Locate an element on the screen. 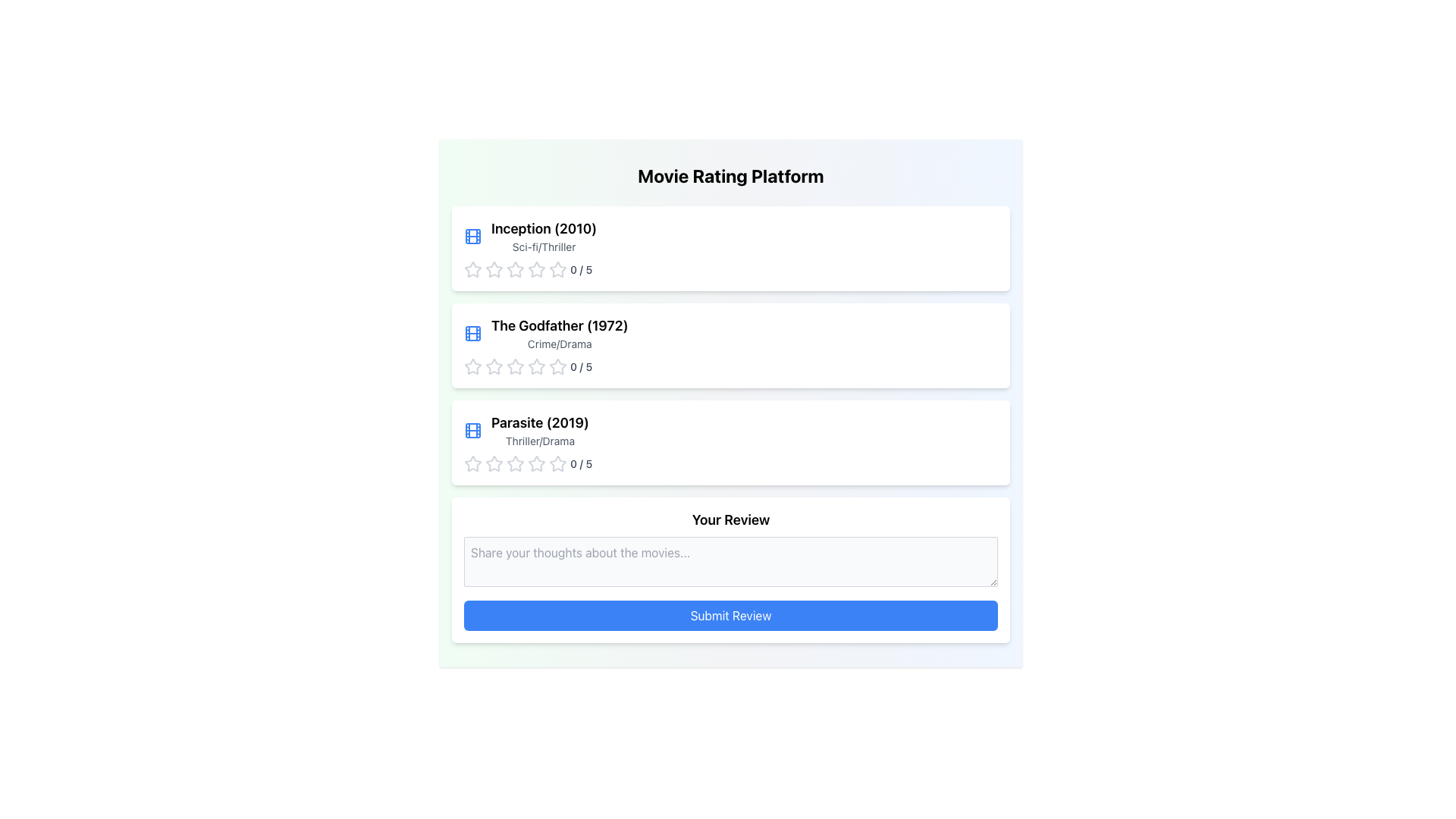 The height and width of the screenshot is (819, 1456). the second star in the rating section for 'The Godfather (1972)' to rate it is located at coordinates (537, 366).